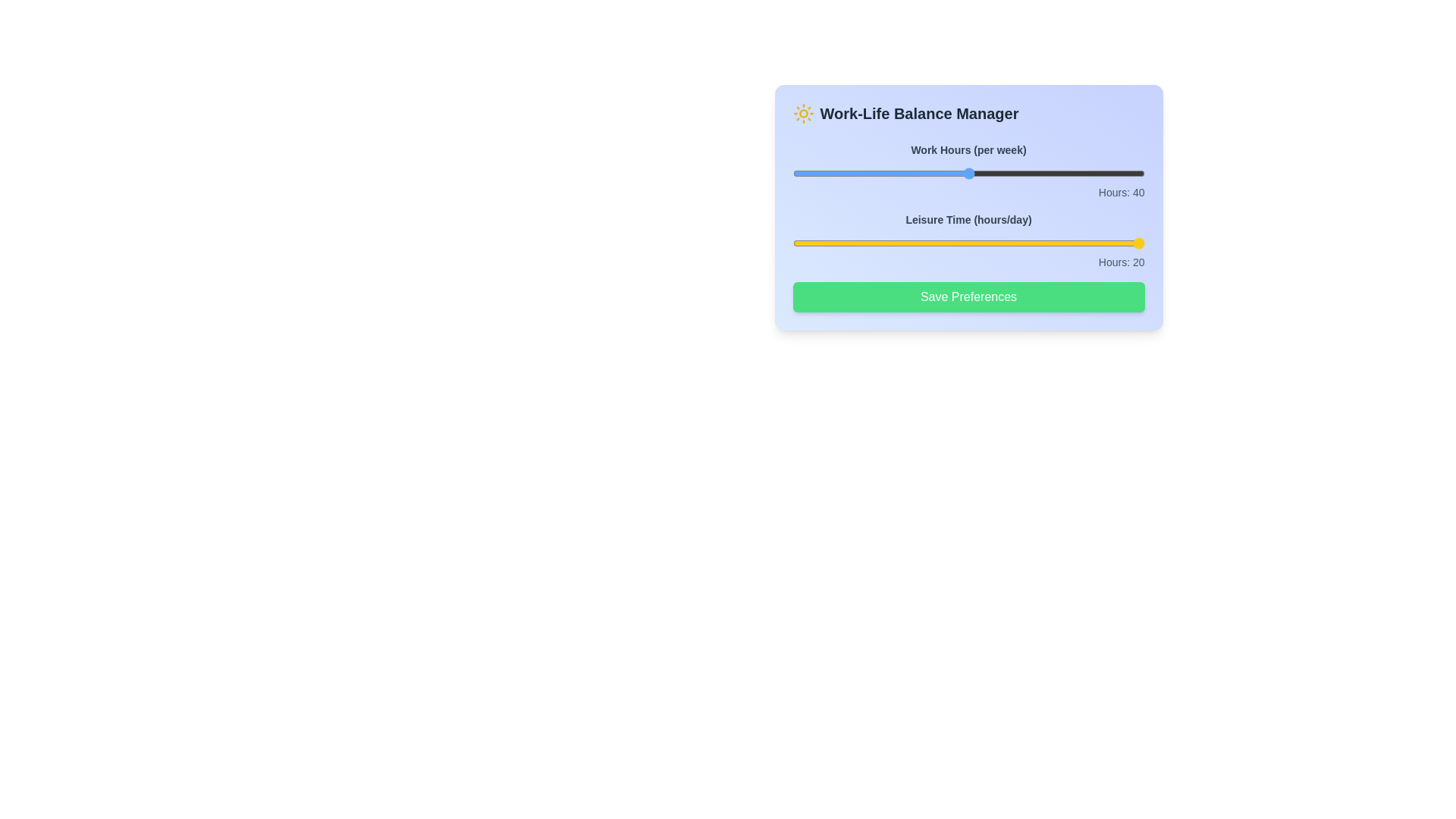 Image resolution: width=1456 pixels, height=819 pixels. What do you see at coordinates (968, 172) in the screenshot?
I see `the 'Work Hours' slider to set it to 40 hours per week` at bounding box center [968, 172].